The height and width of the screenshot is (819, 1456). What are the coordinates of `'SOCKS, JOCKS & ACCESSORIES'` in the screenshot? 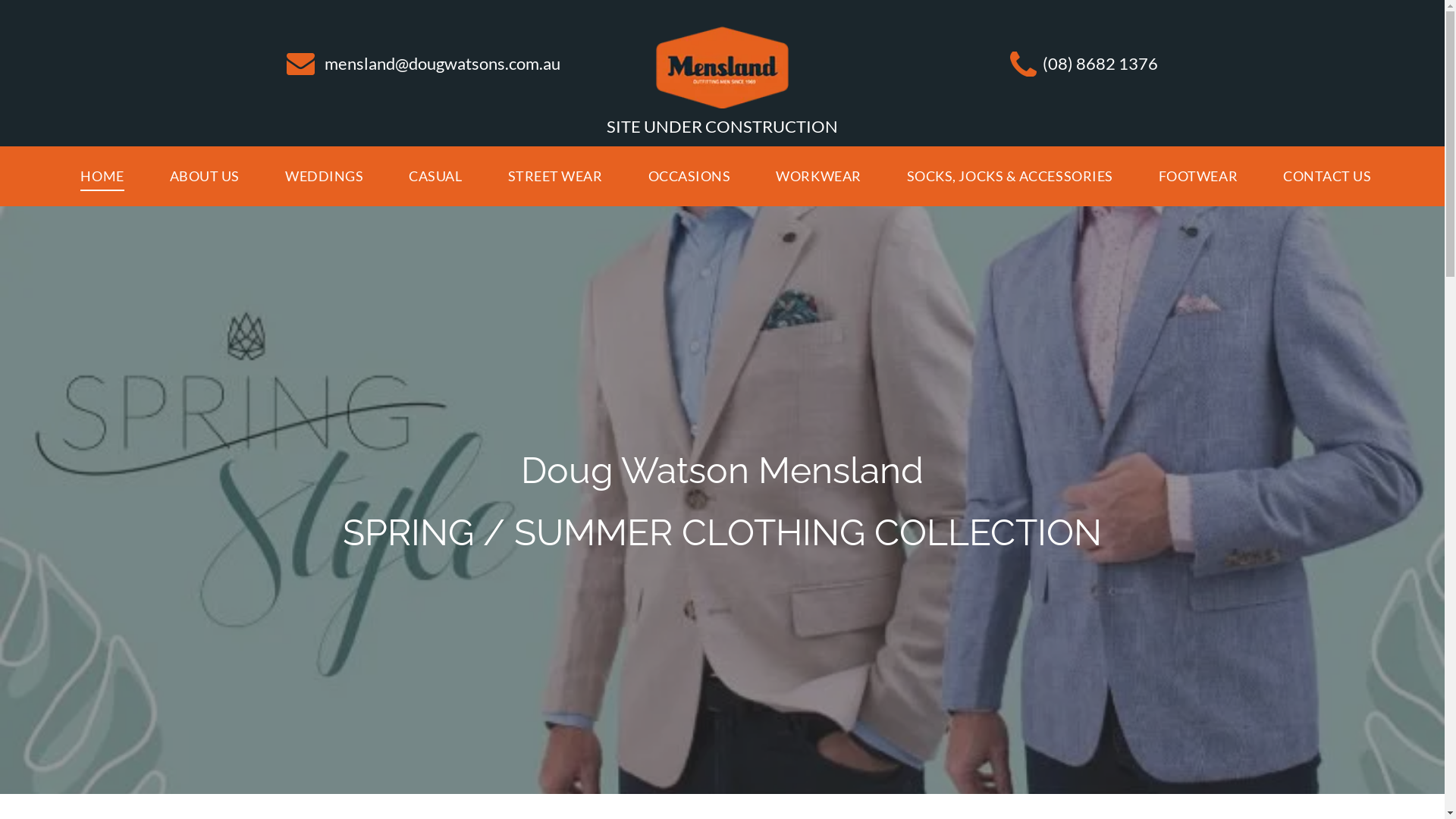 It's located at (1009, 175).